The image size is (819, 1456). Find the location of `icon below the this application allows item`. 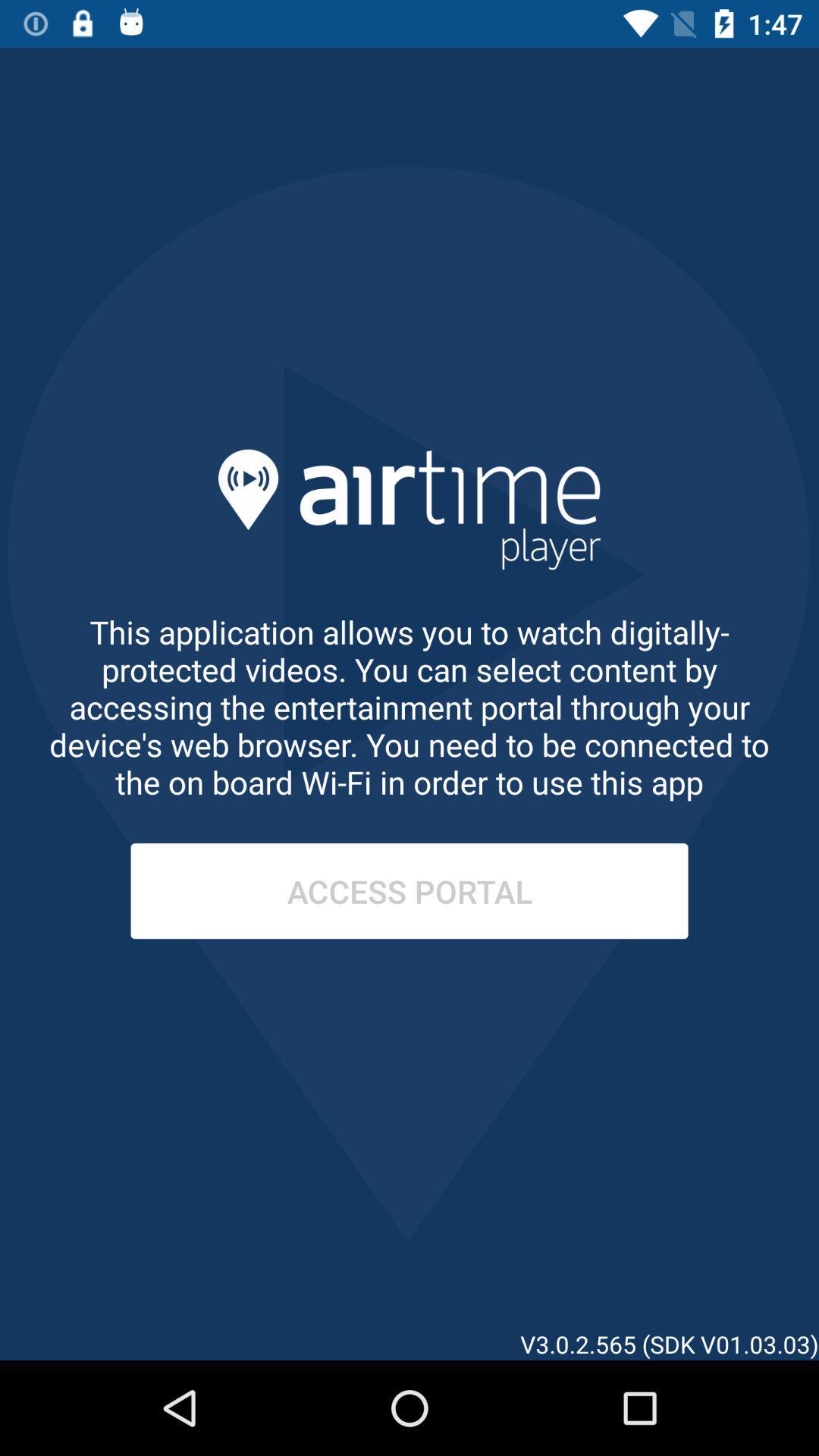

icon below the this application allows item is located at coordinates (409, 891).